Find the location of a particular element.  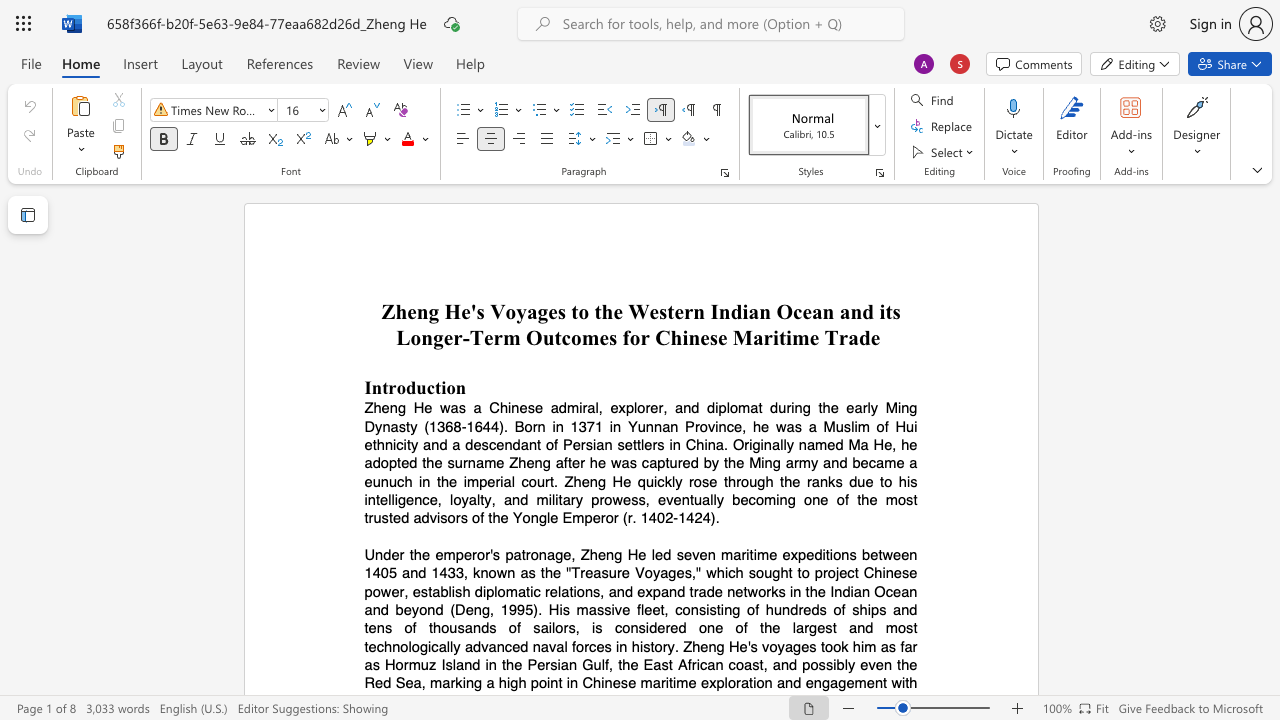

the subset text "lorer, a" within the text "Zheng He was a Chinese admiral, explorer, and diplomat during the early Ming Dynasty (1368-1644). Born in 1371 in Yunnan Province, he was a Muslim of Hui ethnicity and a descendant of Persian settlers in China. Originally named Ma He, he adopted the surname Zheng after he was captured by the Ming army and became a eunuch in the imperial court. Zheng He quickly rose through the ranks due to his intelligence, loyalty, and military prowess, eventually becoming one of the most trusted advisors of the Yongle Emperor (r. 1402-1424)." is located at coordinates (633, 407).